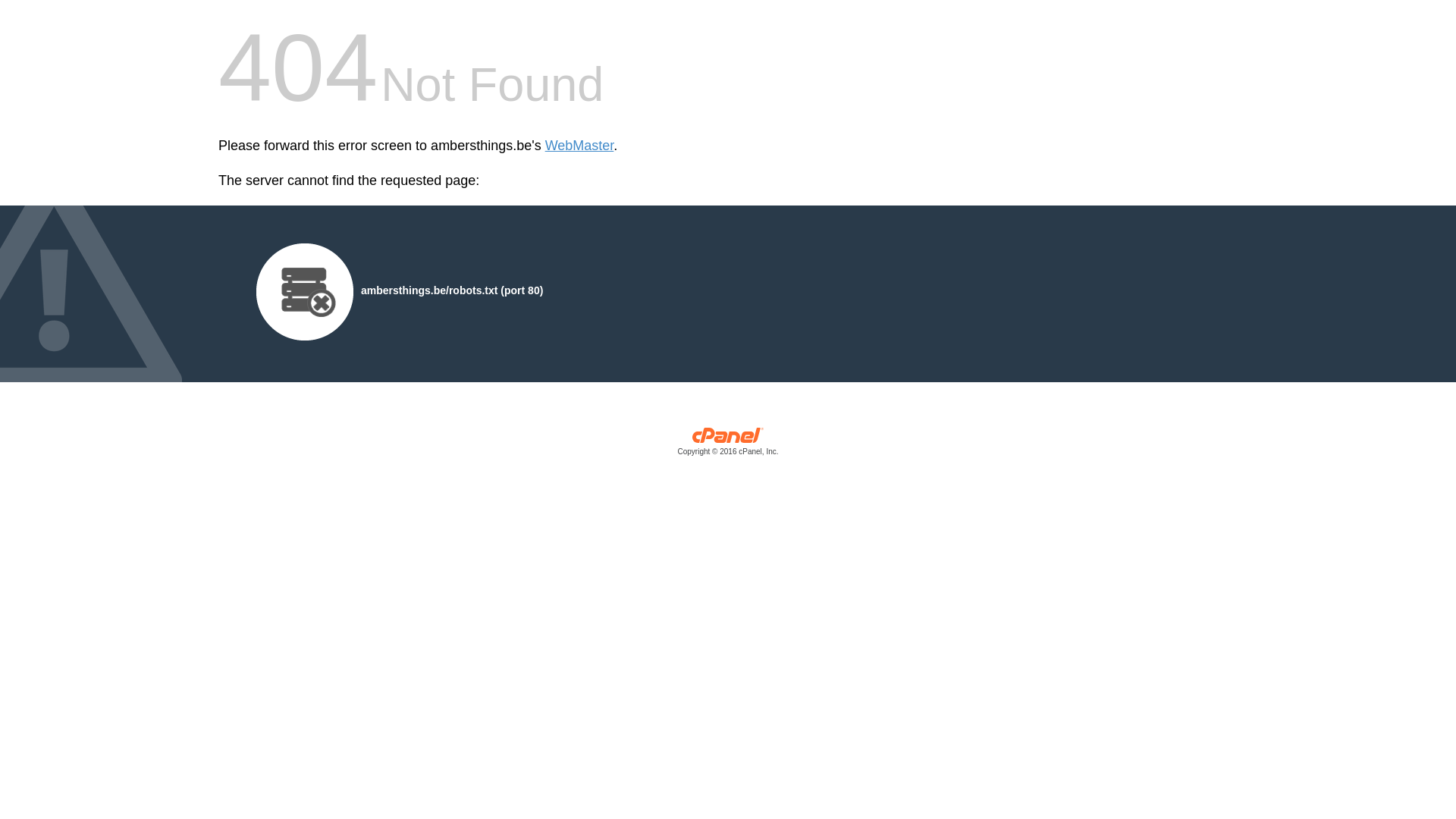  What do you see at coordinates (579, 146) in the screenshot?
I see `'WebMaster'` at bounding box center [579, 146].